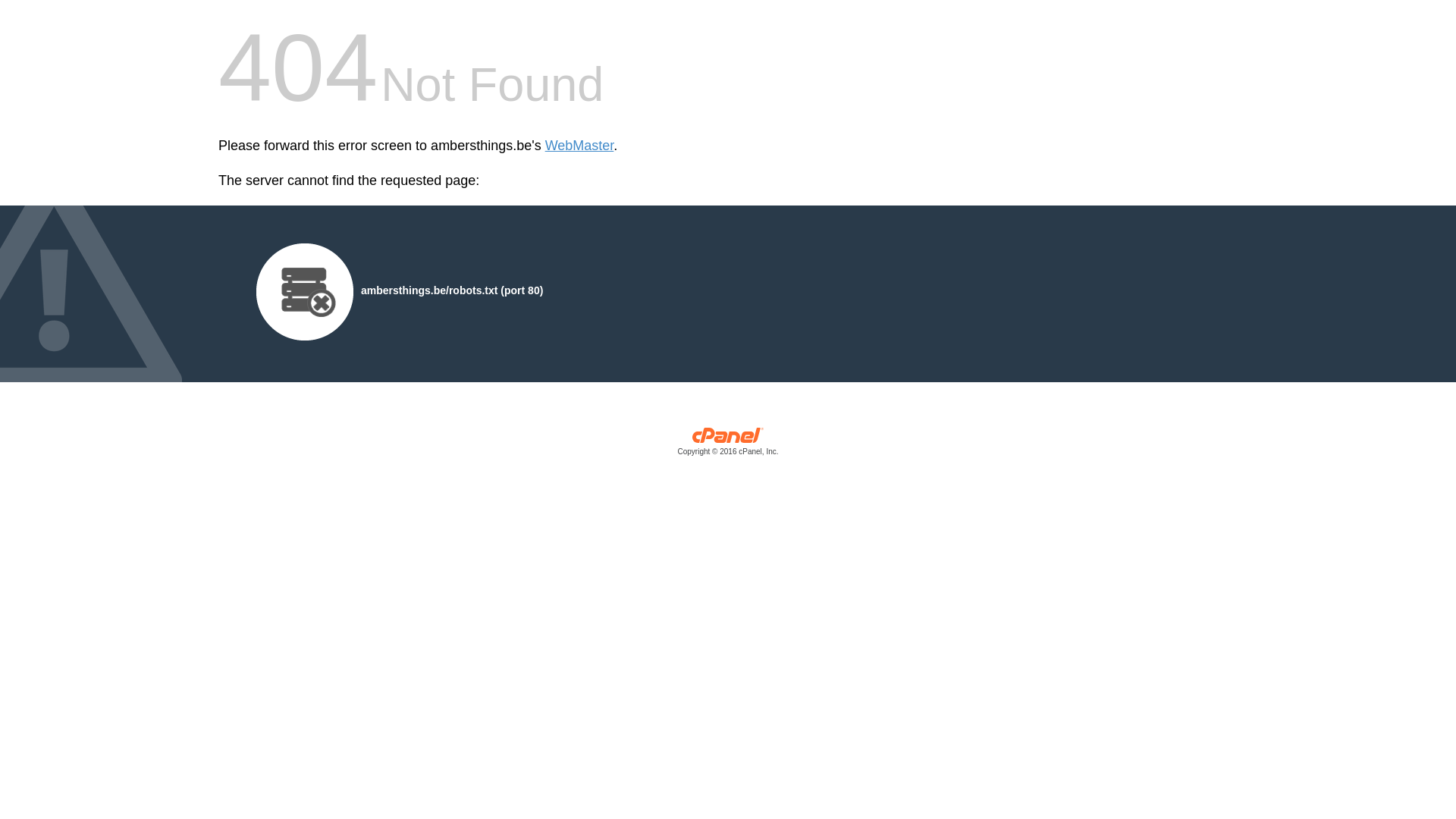  What do you see at coordinates (579, 146) in the screenshot?
I see `'WebMaster'` at bounding box center [579, 146].